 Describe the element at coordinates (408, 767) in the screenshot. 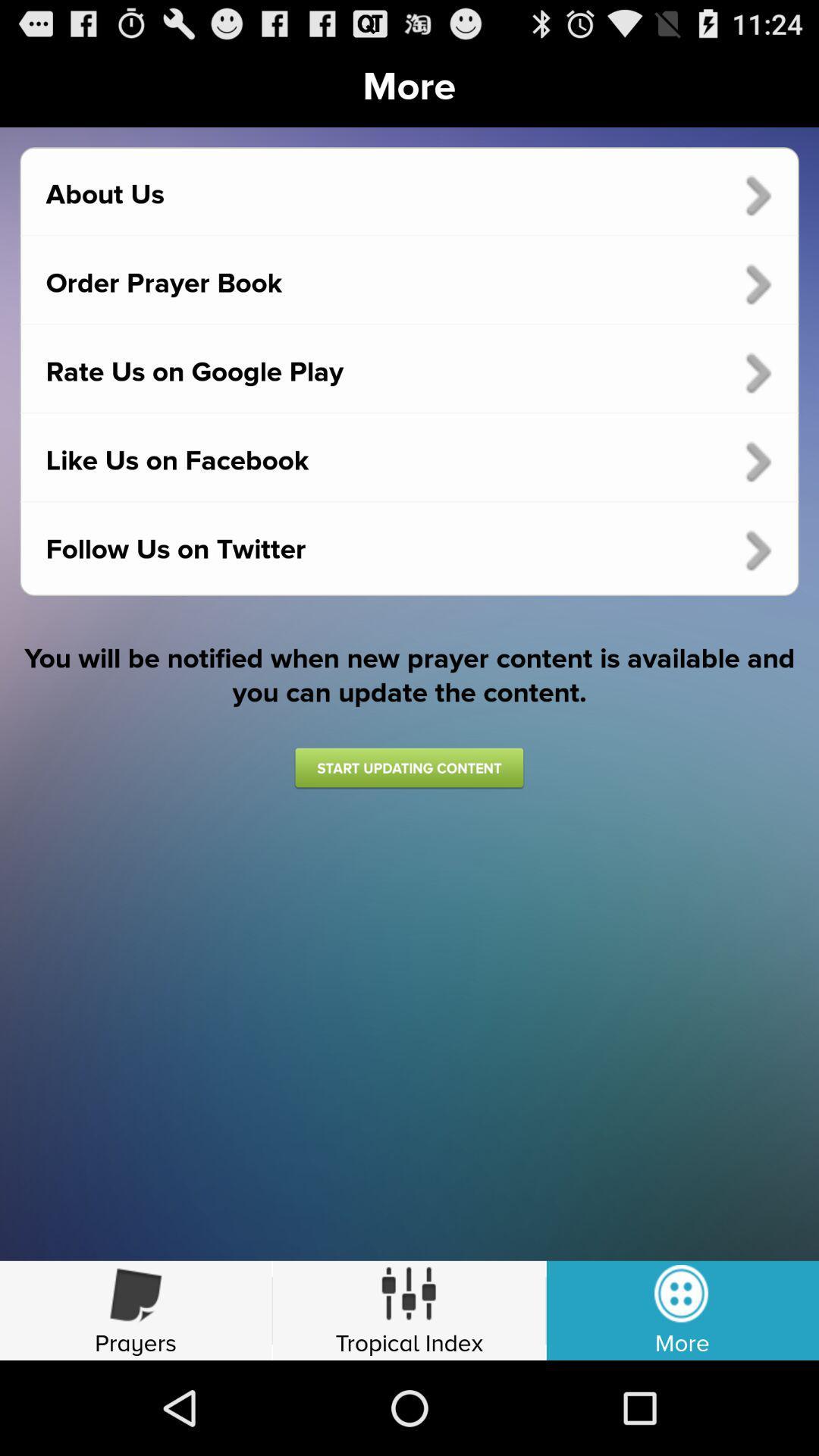

I see `start update content` at that location.